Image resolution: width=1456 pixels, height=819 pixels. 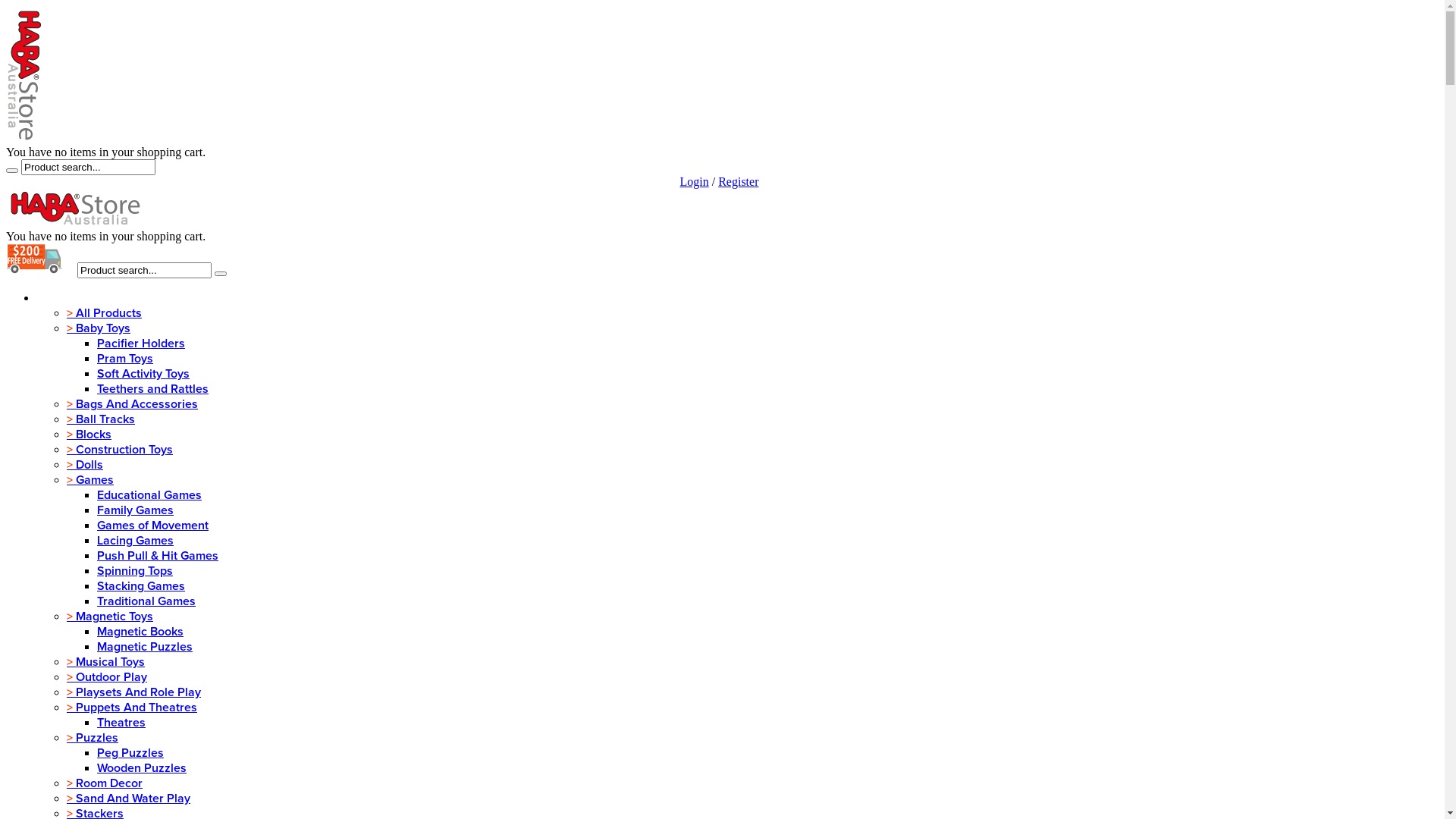 I want to click on '> Outdoor Play', so click(x=105, y=676).